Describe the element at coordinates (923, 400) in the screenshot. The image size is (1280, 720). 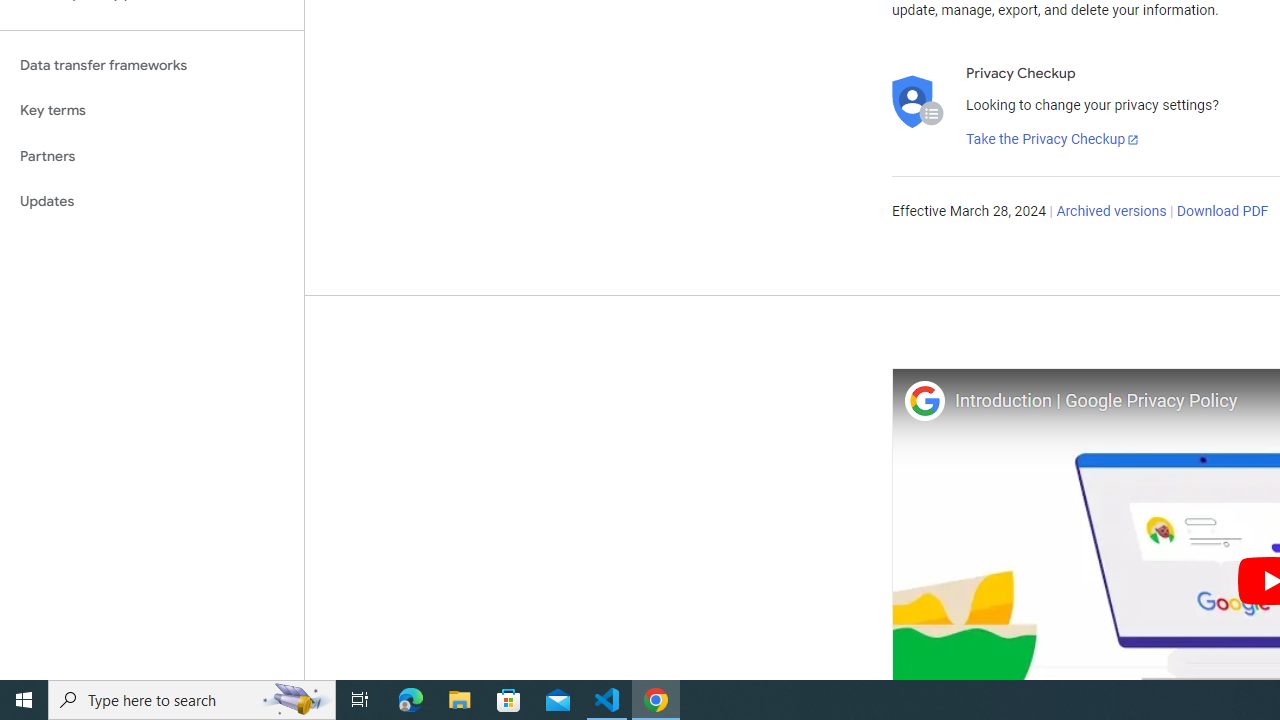
I see `'Photo image of Google'` at that location.